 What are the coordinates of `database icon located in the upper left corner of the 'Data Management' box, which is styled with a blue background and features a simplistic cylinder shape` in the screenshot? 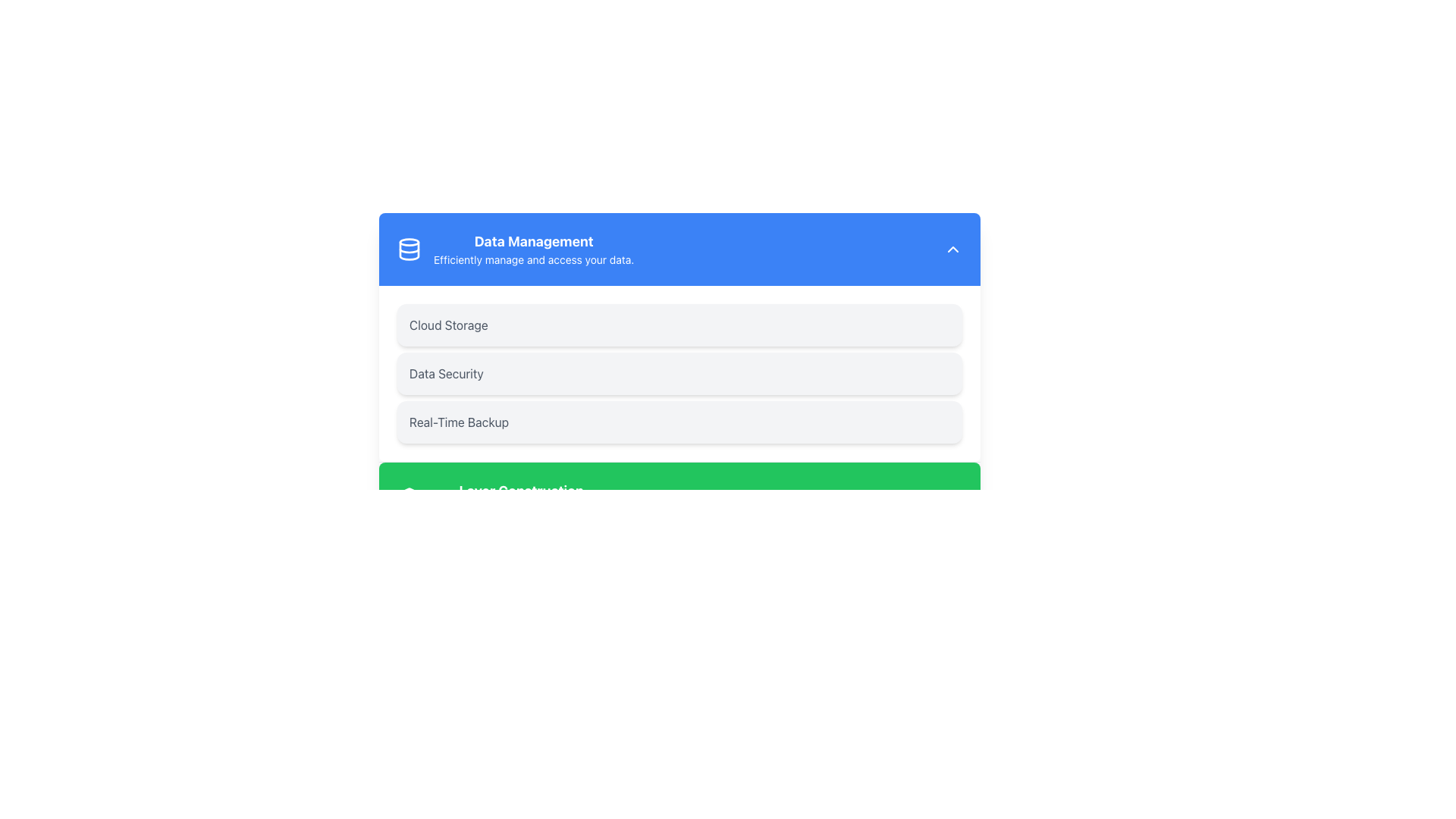 It's located at (409, 248).